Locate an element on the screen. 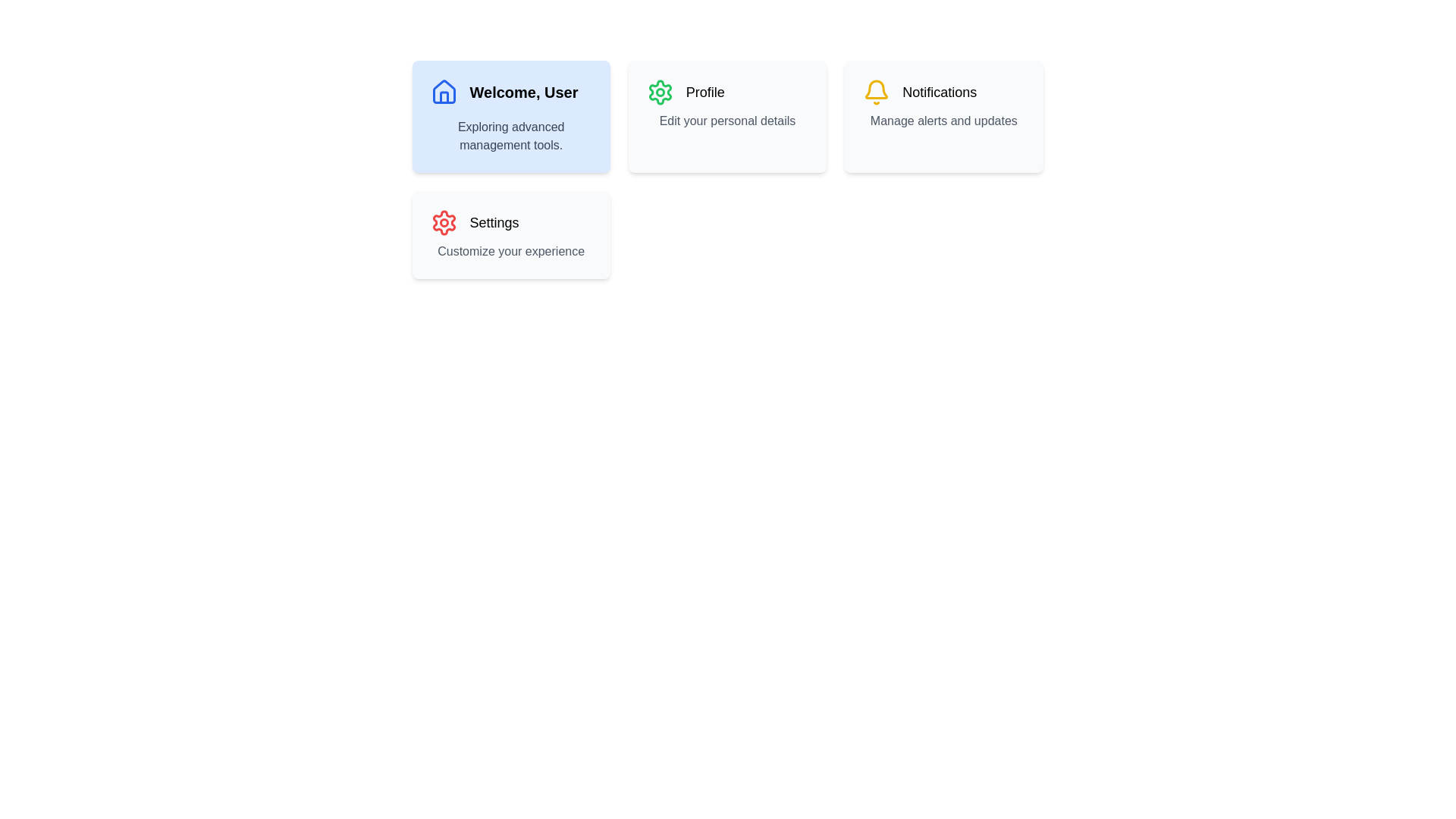 The height and width of the screenshot is (819, 1456). the stylized blue house icon within the 'Welcome, User' section is located at coordinates (443, 92).